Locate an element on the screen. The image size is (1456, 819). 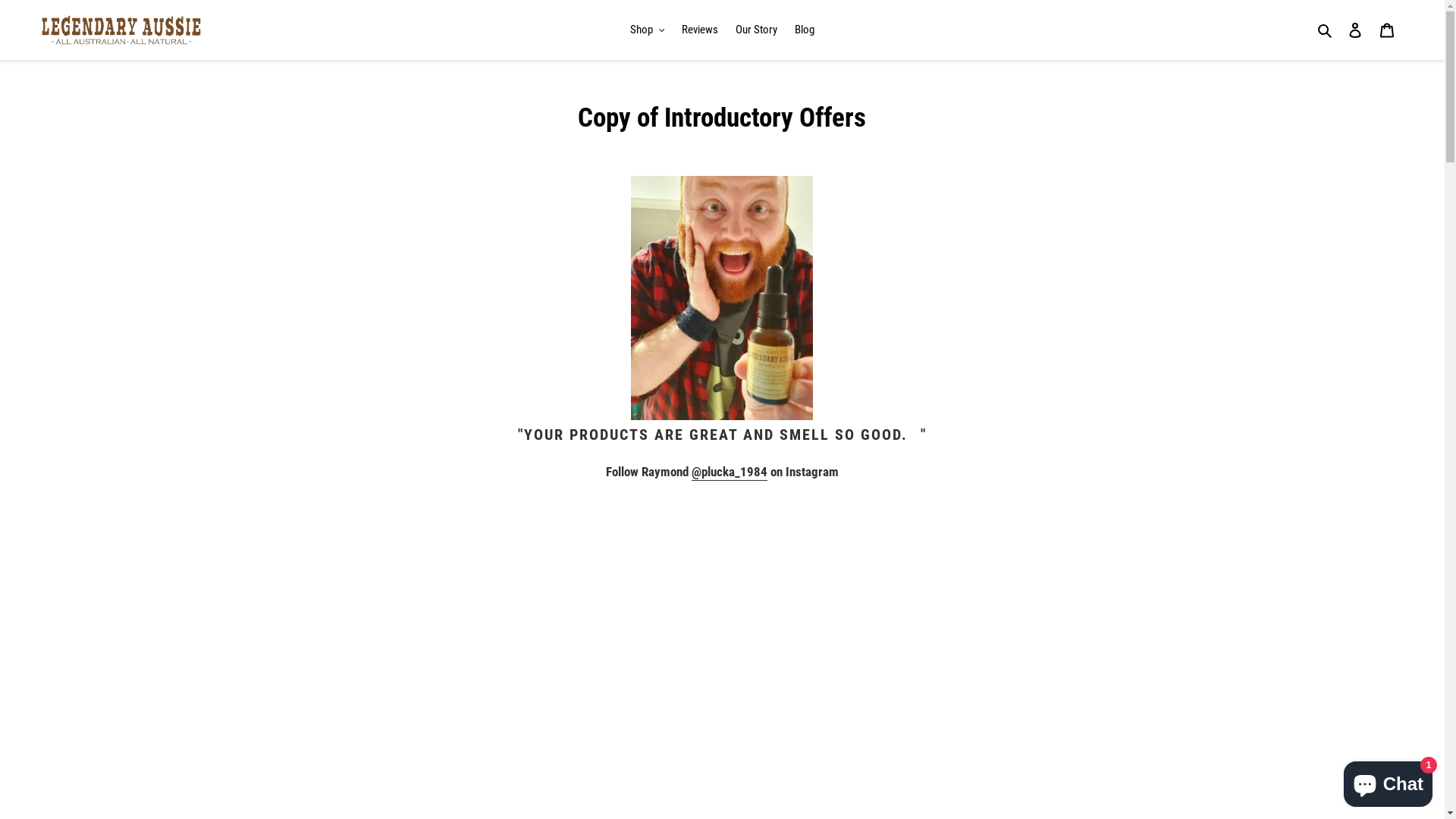
'Search' is located at coordinates (1325, 30).